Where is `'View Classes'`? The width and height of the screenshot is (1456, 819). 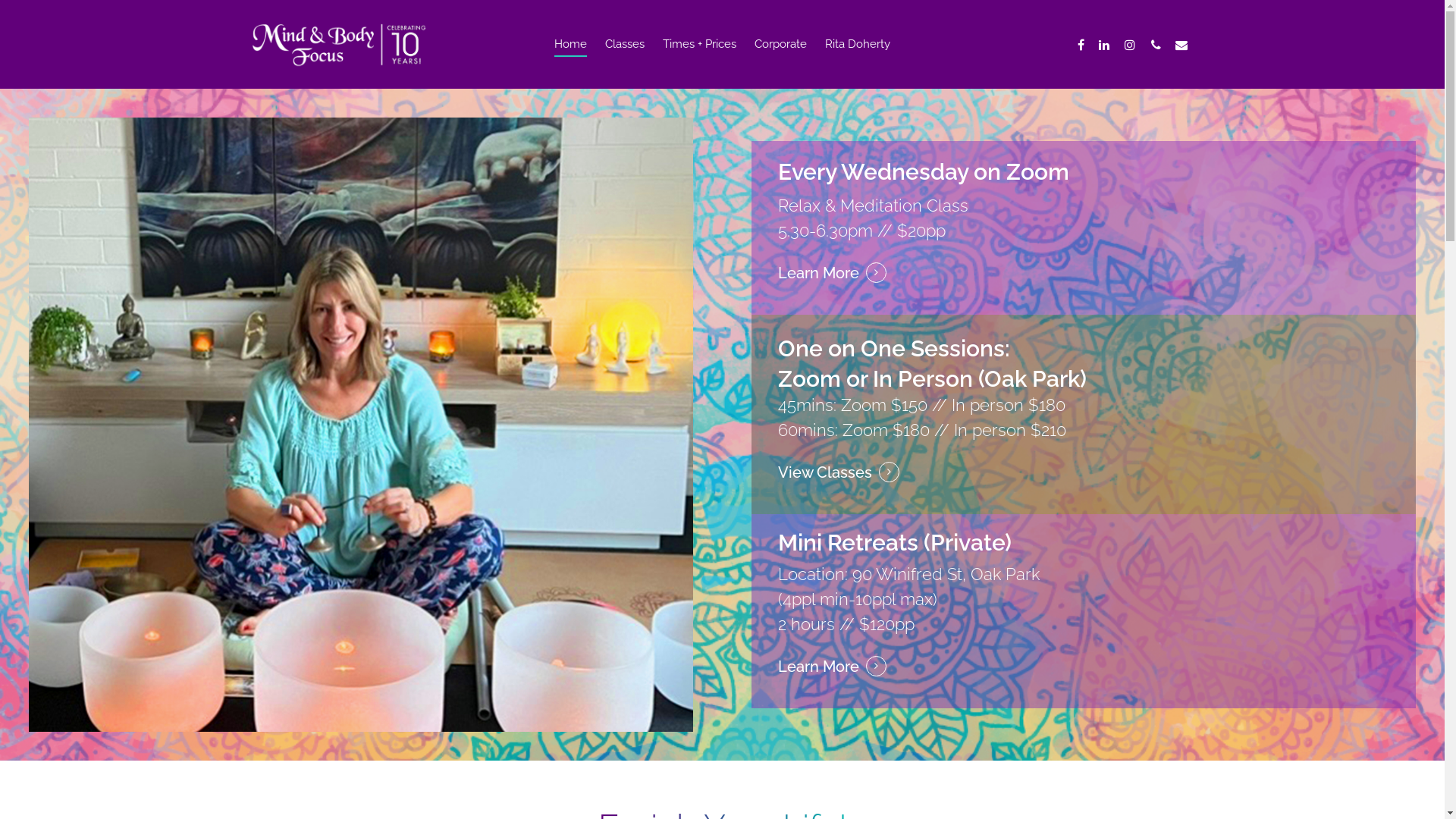 'View Classes' is located at coordinates (837, 472).